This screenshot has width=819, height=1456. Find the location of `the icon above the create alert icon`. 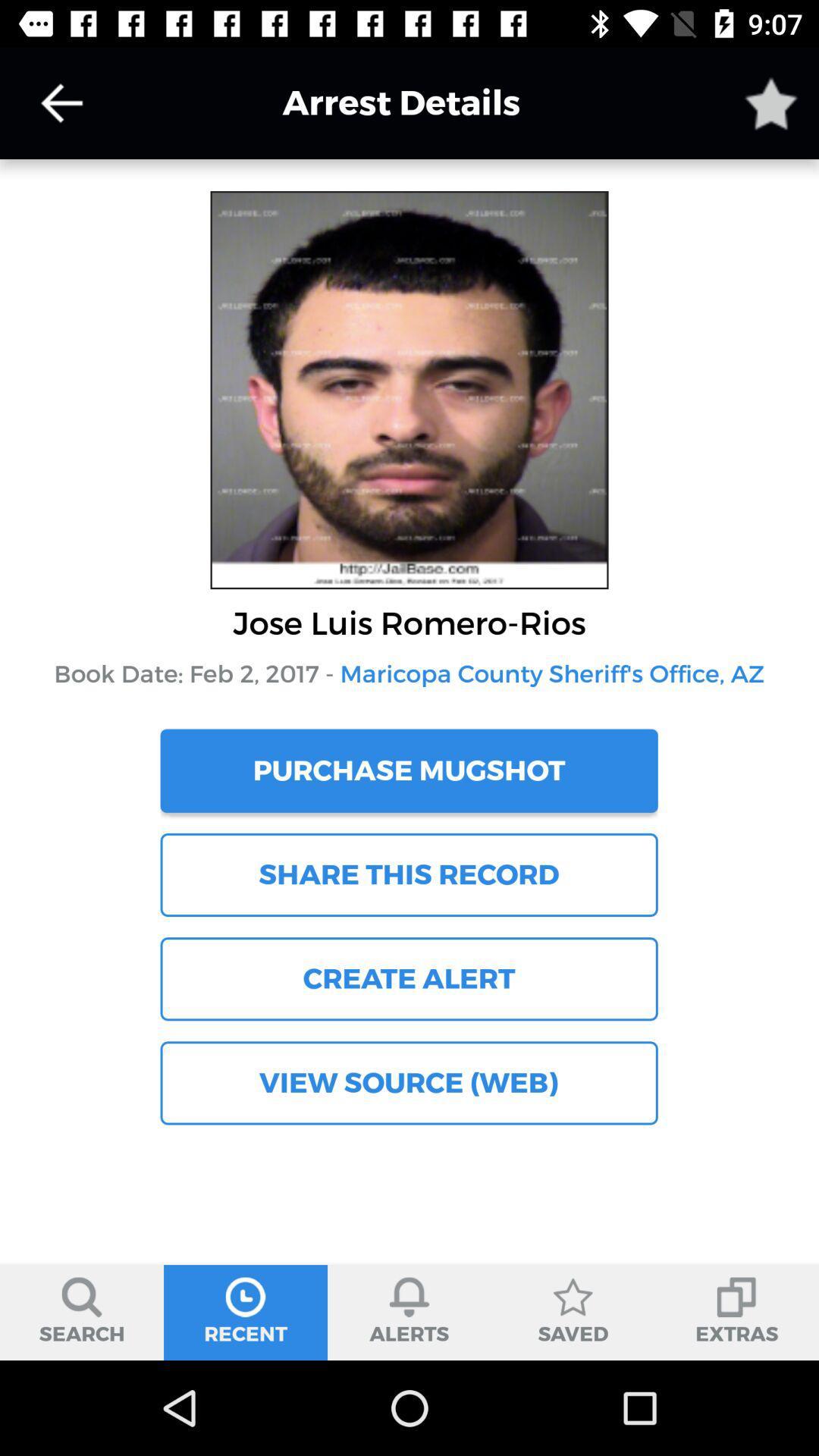

the icon above the create alert icon is located at coordinates (408, 874).